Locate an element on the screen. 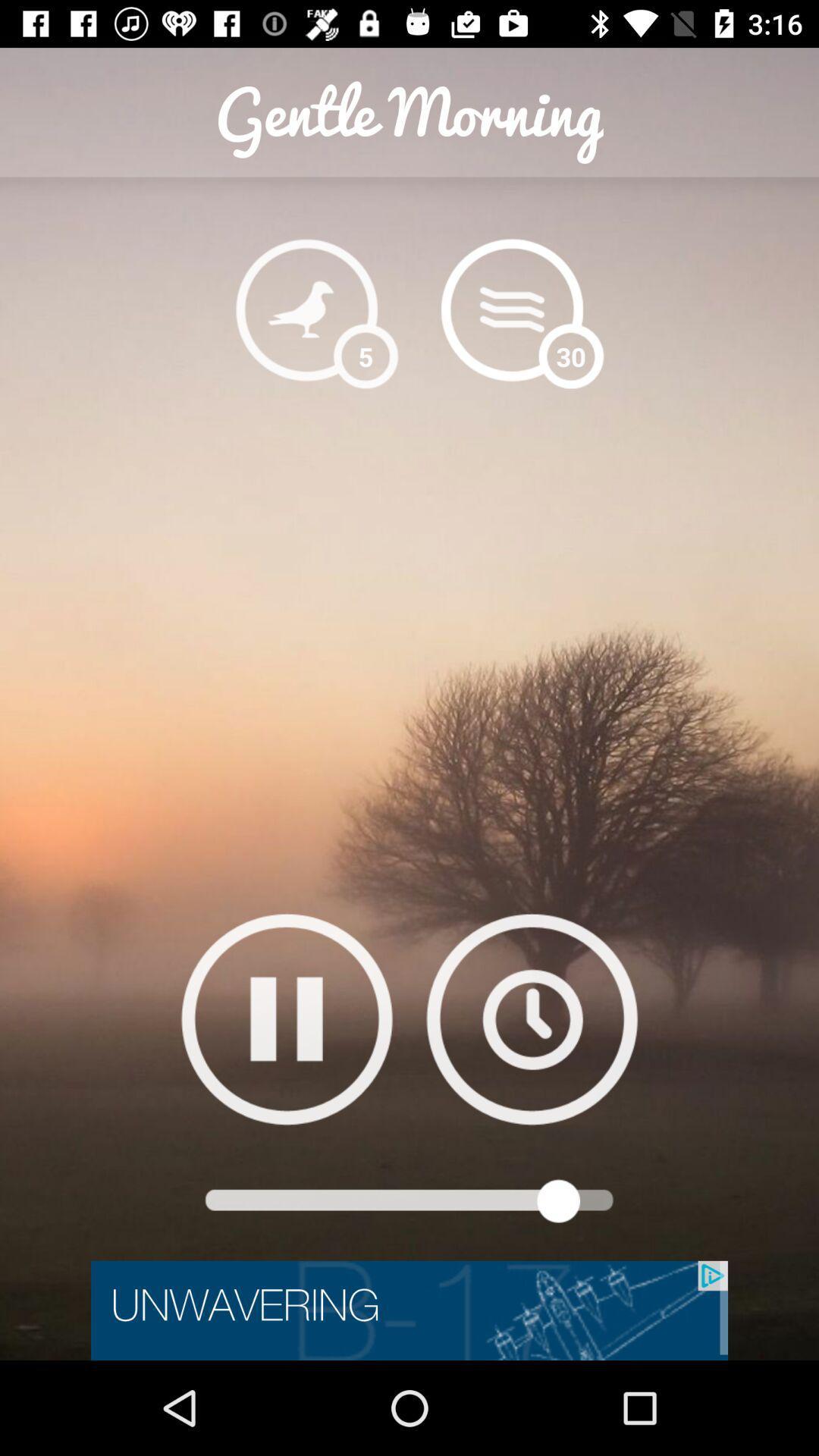 This screenshot has width=819, height=1456. pause button is located at coordinates (287, 1018).